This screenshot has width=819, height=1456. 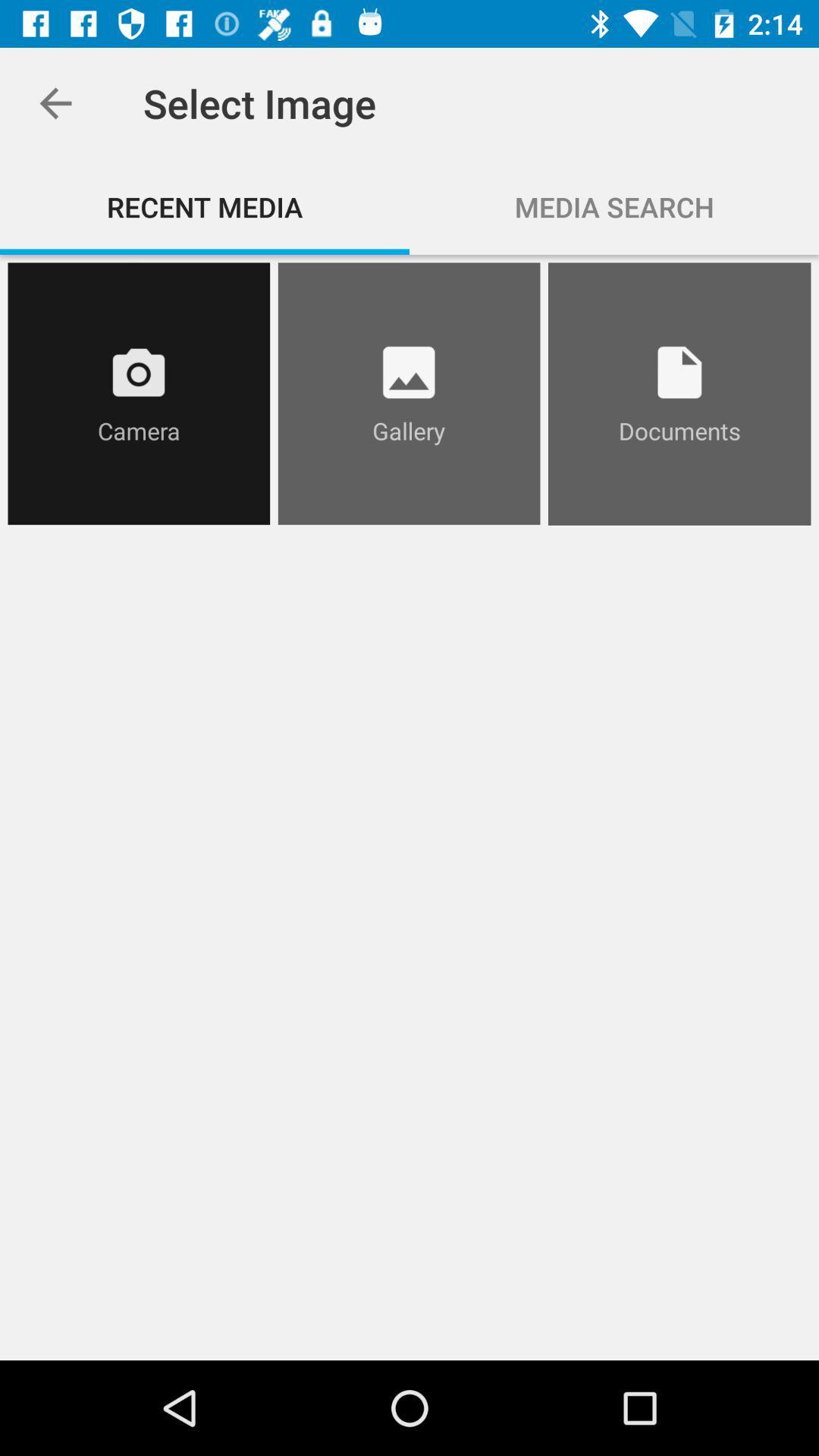 I want to click on the icon above recent media, so click(x=55, y=102).